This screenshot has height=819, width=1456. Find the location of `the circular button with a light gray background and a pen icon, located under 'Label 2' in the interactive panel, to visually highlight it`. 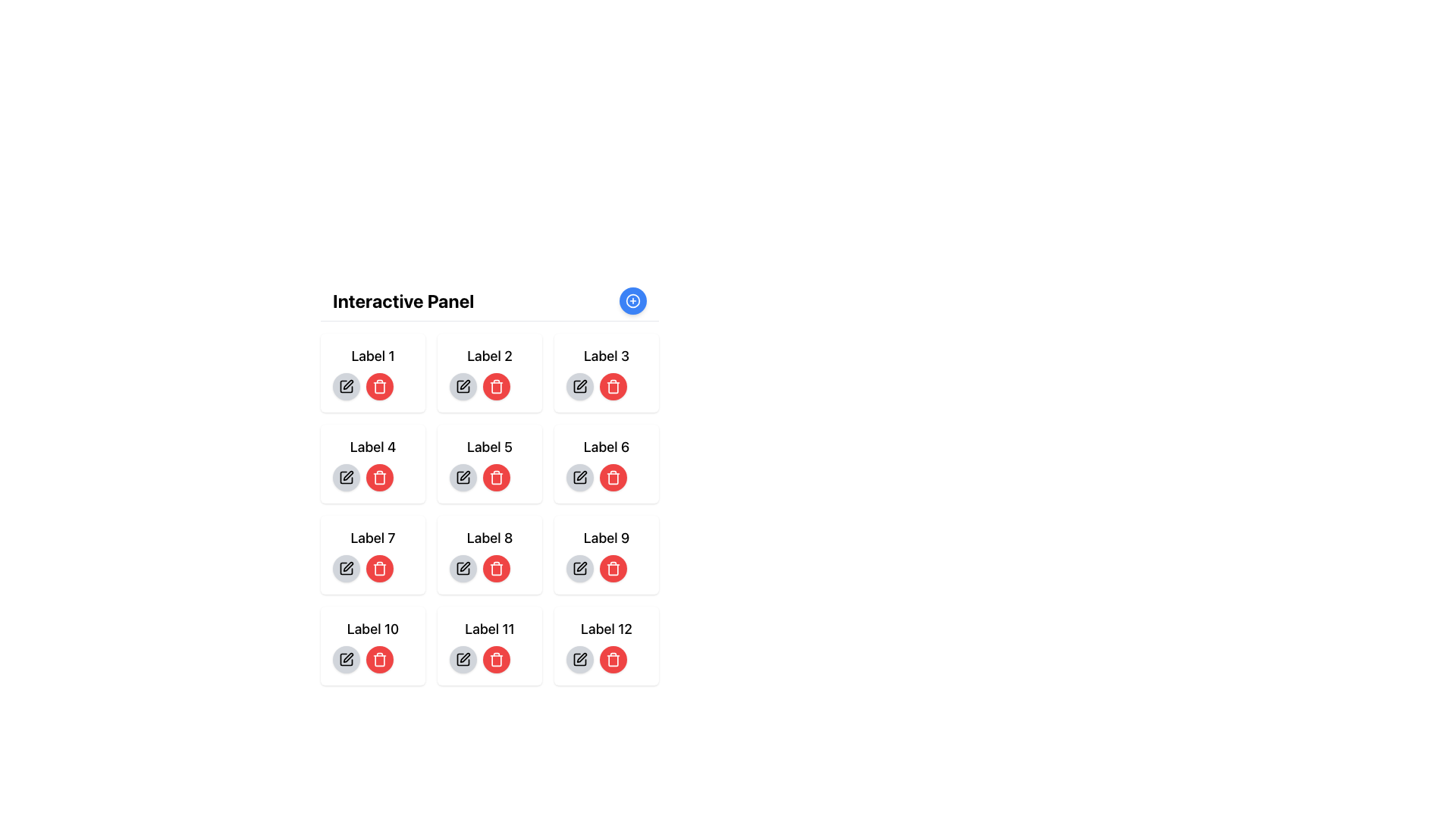

the circular button with a light gray background and a pen icon, located under 'Label 2' in the interactive panel, to visually highlight it is located at coordinates (462, 385).